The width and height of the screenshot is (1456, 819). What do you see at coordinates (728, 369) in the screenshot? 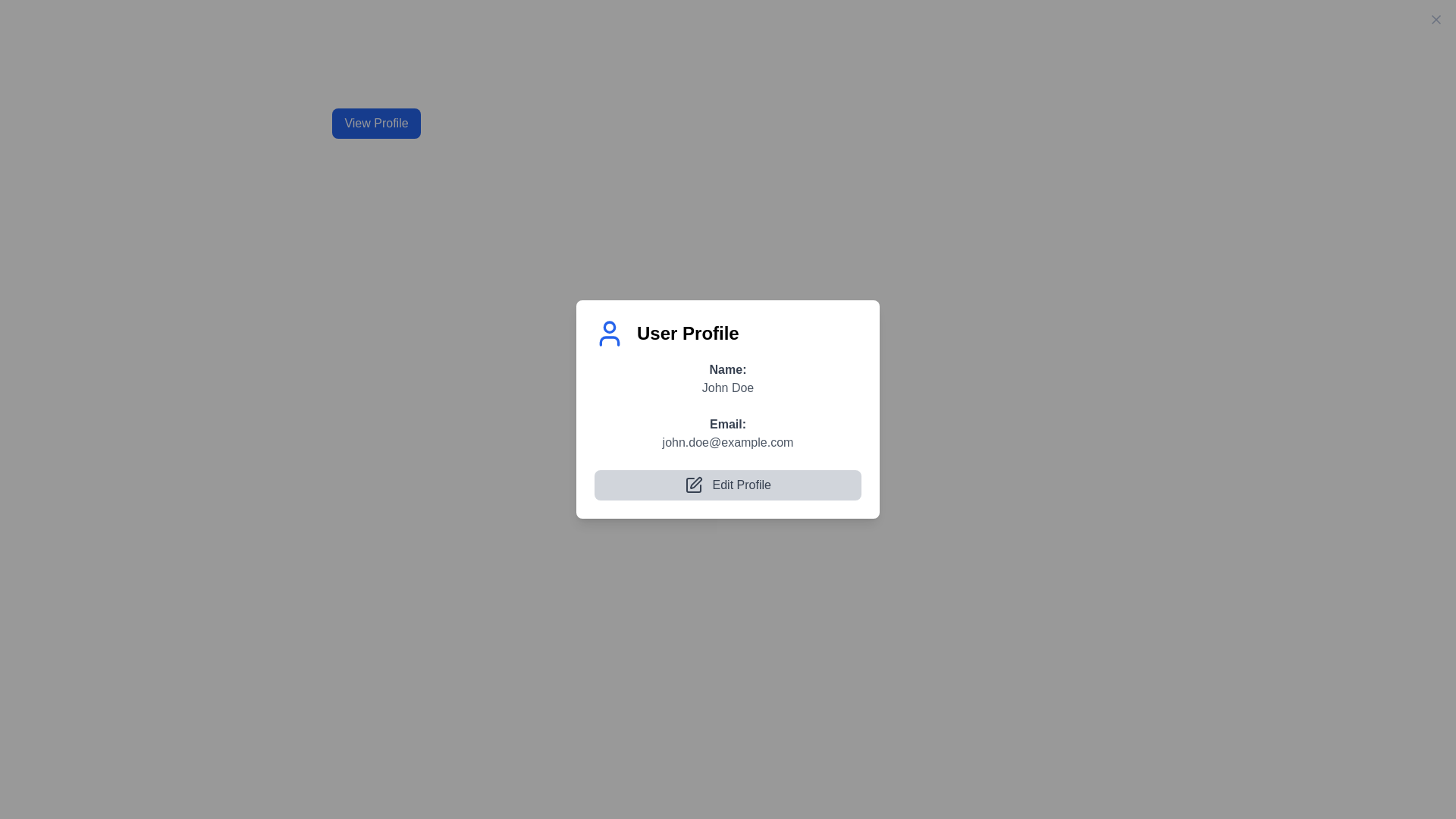
I see `the bold text label reading 'Name:' within the 'User Profile' modal, which is styled in dark gray and is the first label in the profile details section` at bounding box center [728, 369].